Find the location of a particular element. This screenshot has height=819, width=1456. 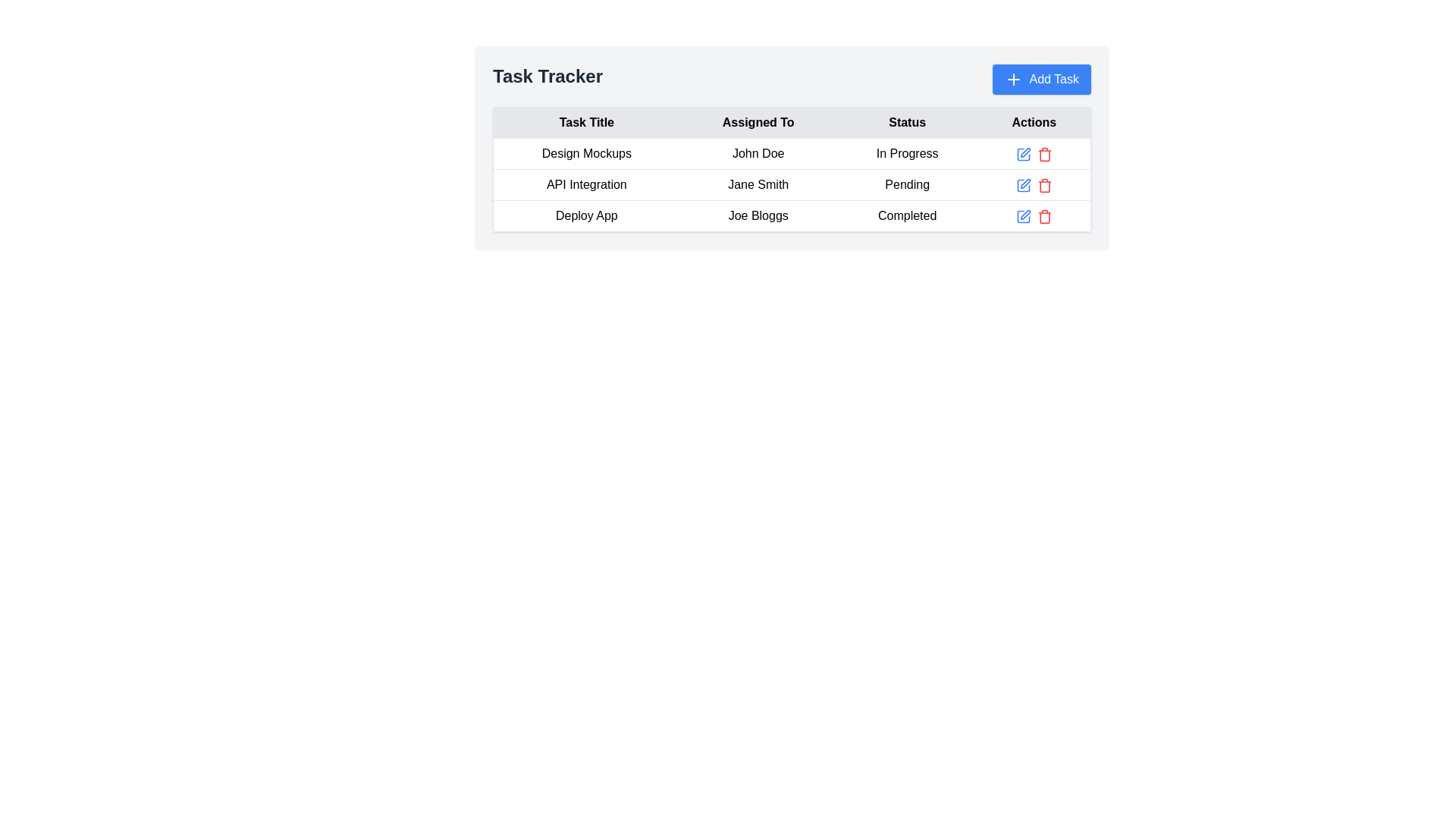

the 'Completed' text label indicating the status of the 'Deploy App' task assigned to 'Joe Bloggs' is located at coordinates (907, 216).